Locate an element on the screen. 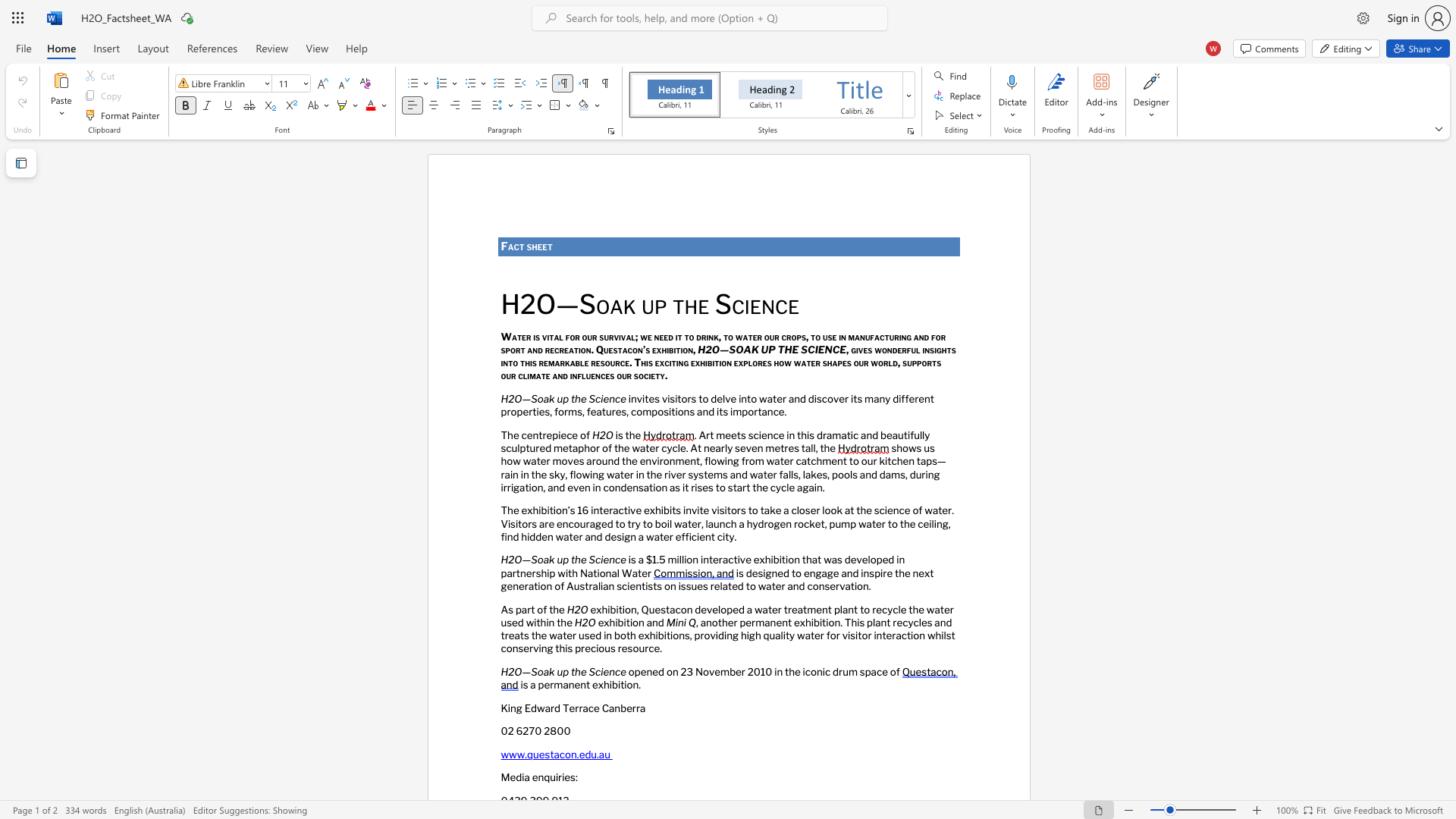 The width and height of the screenshot is (1456, 819). the subset text "Scienc" within the text "H2O—Soak up the Science" is located at coordinates (588, 560).